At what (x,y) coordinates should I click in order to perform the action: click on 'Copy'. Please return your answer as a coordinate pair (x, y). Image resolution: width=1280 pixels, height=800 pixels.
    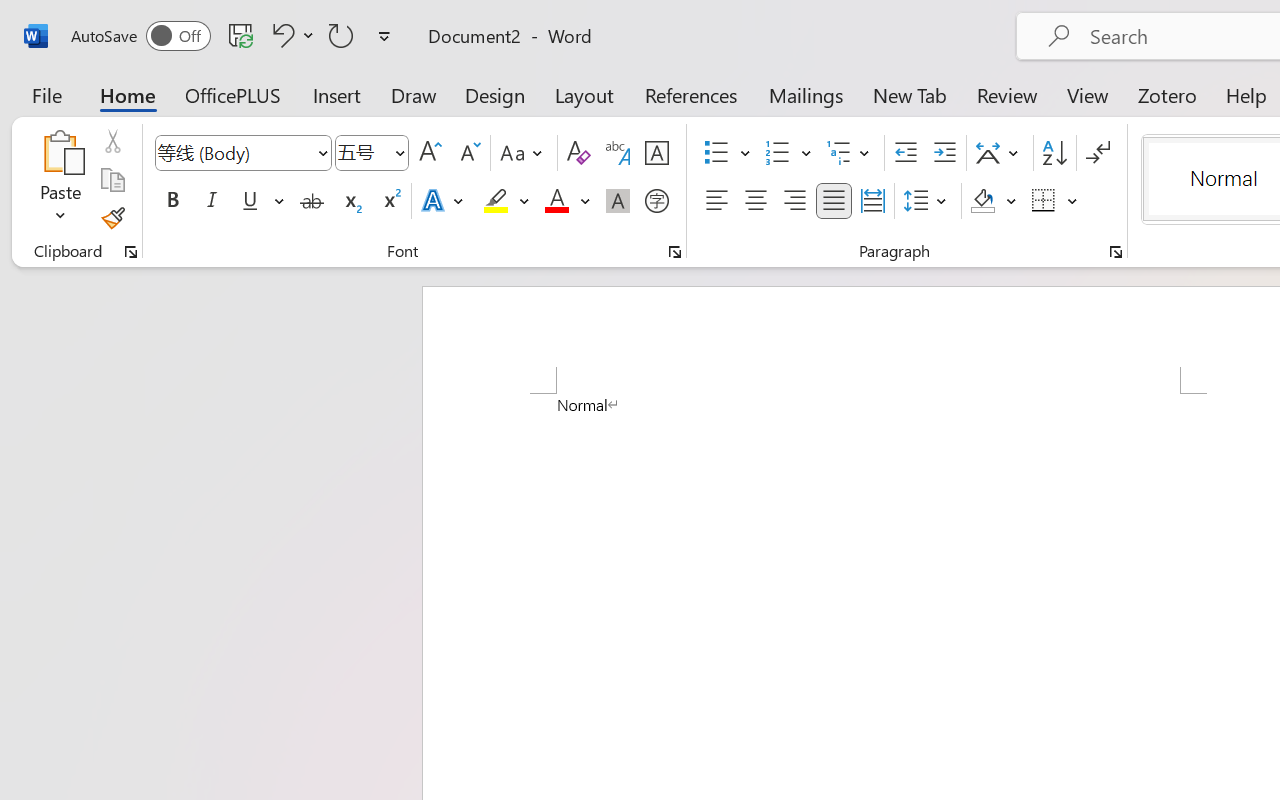
    Looking at the image, I should click on (111, 179).